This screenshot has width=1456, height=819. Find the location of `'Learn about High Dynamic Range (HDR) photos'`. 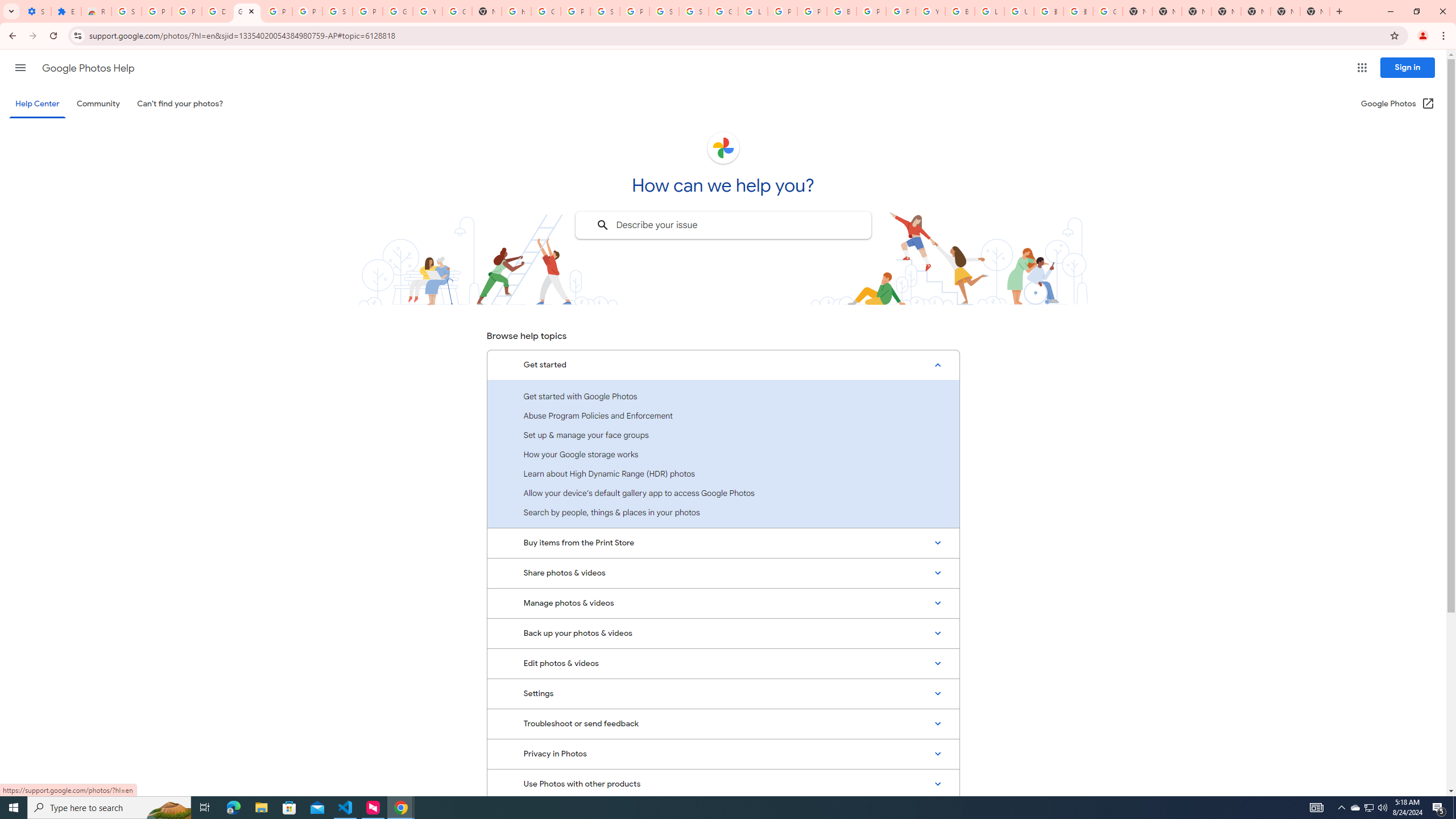

'Learn about High Dynamic Range (HDR) photos' is located at coordinates (723, 473).